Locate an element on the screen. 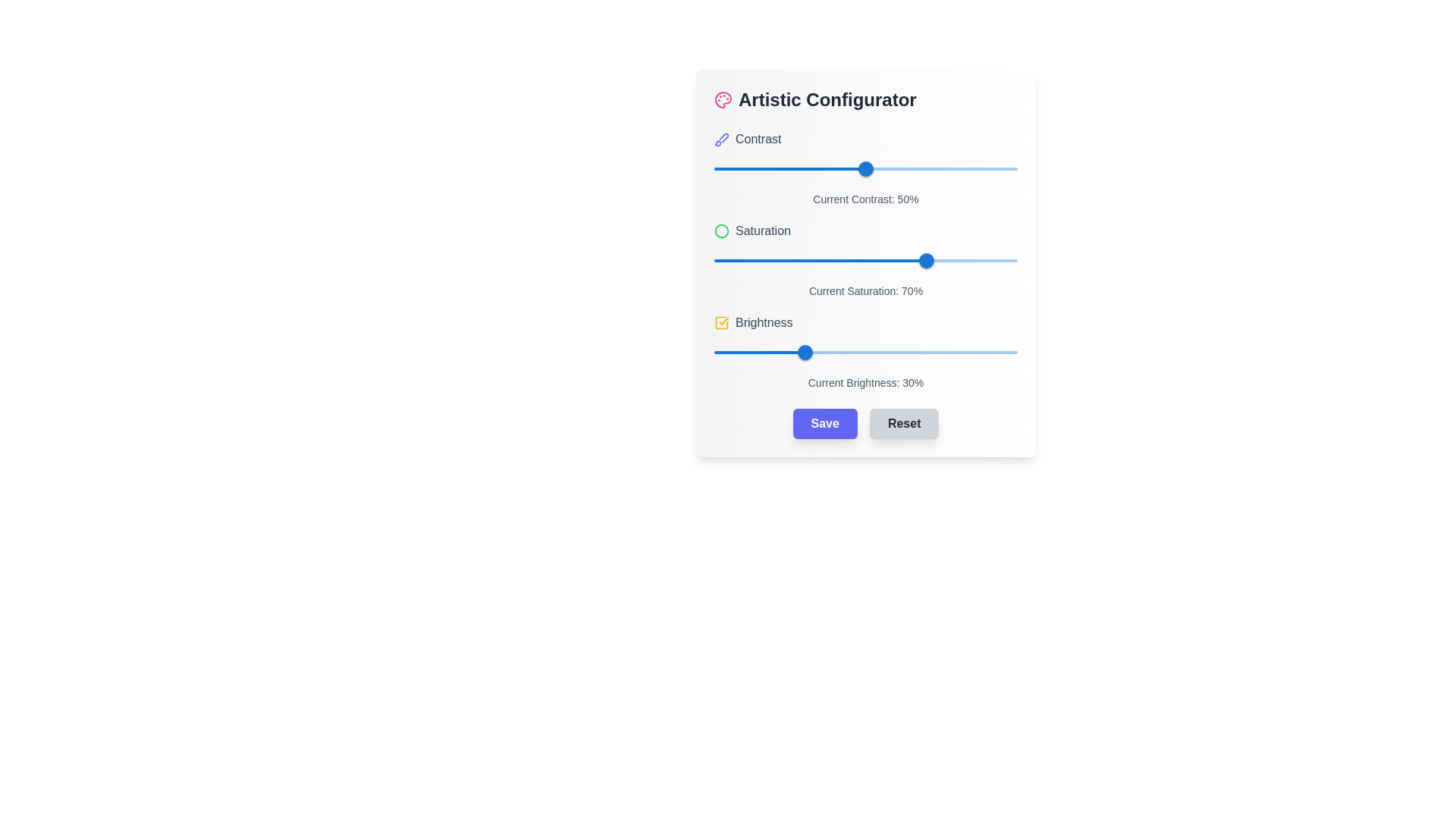 This screenshot has width=1456, height=819. the brightness level is located at coordinates (862, 353).